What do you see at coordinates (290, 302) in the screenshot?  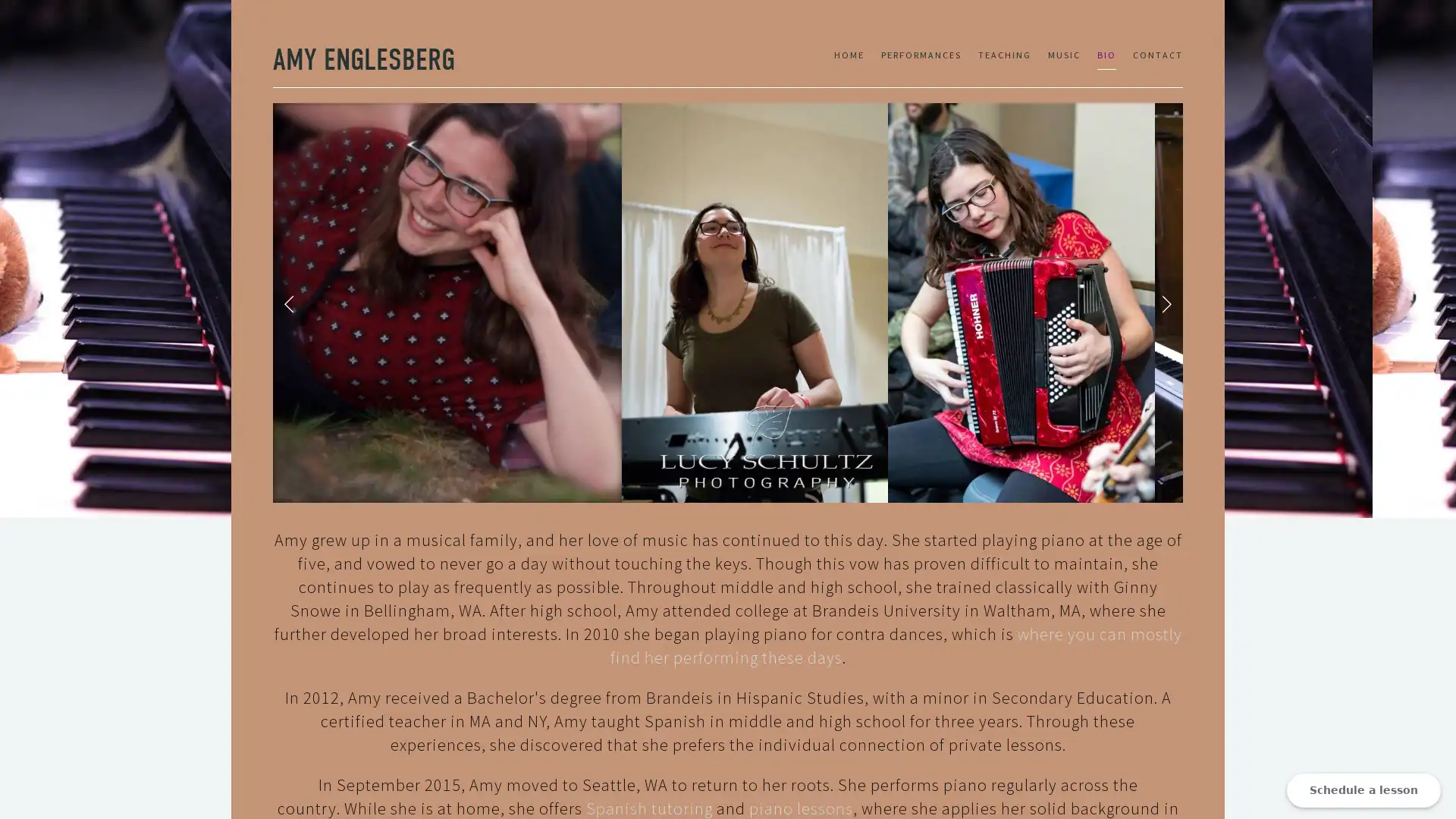 I see `Previous Slide` at bounding box center [290, 302].